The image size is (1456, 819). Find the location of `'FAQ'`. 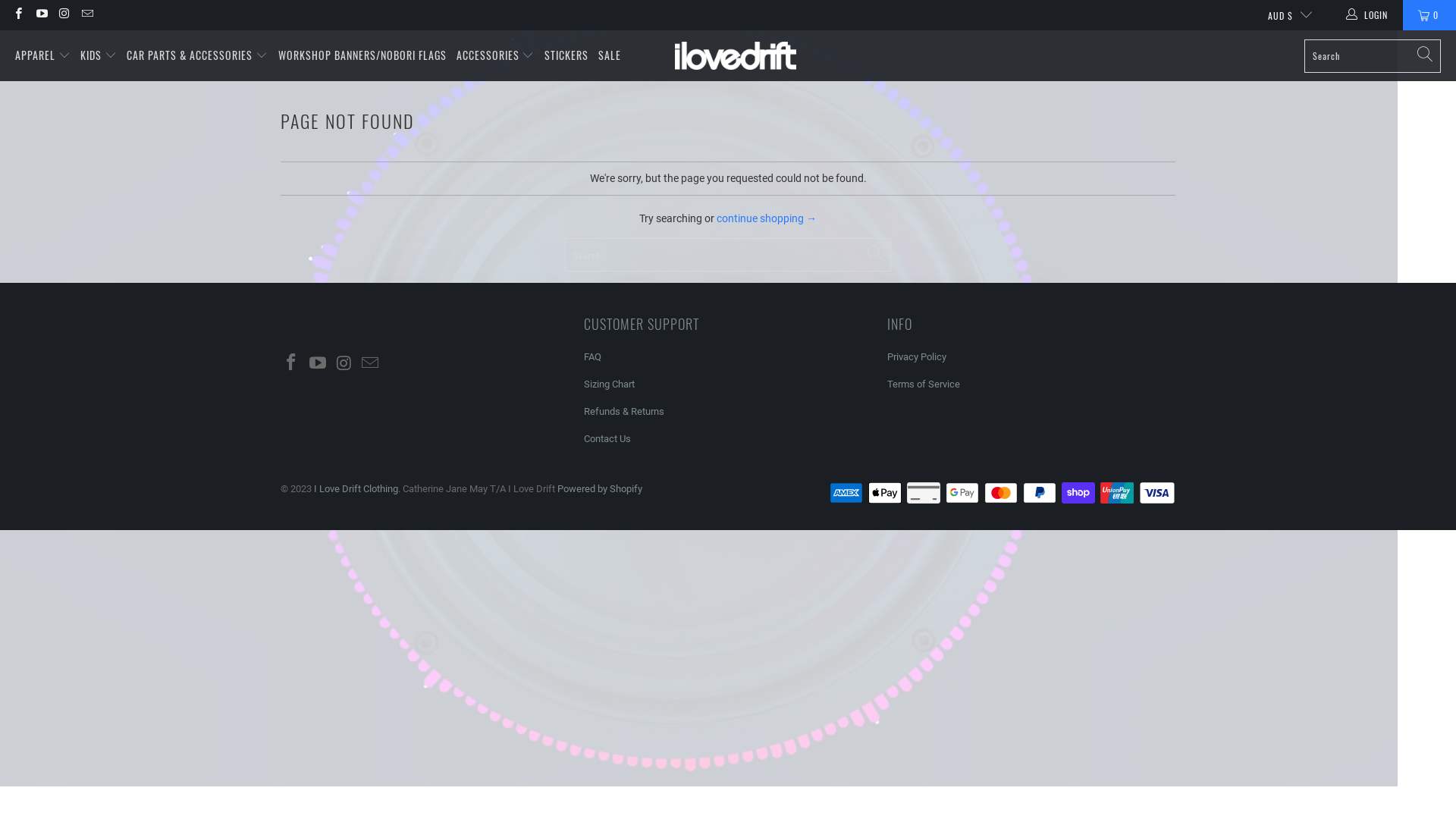

'FAQ' is located at coordinates (591, 356).